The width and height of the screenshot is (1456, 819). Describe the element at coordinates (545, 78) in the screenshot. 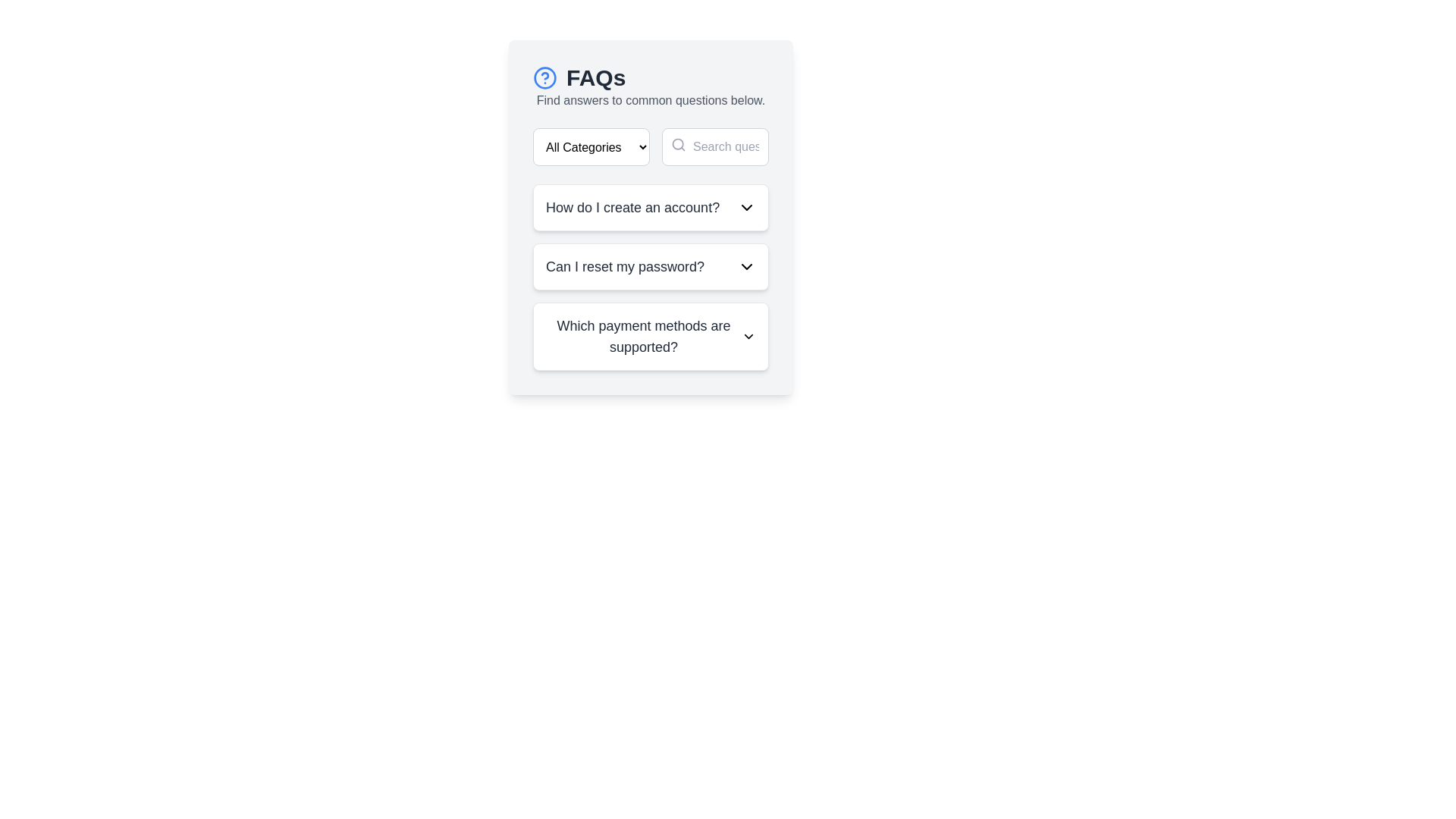

I see `the decorative SVG circle element located centrally within the help icon, which is positioned above the 'FAQs' heading` at that location.